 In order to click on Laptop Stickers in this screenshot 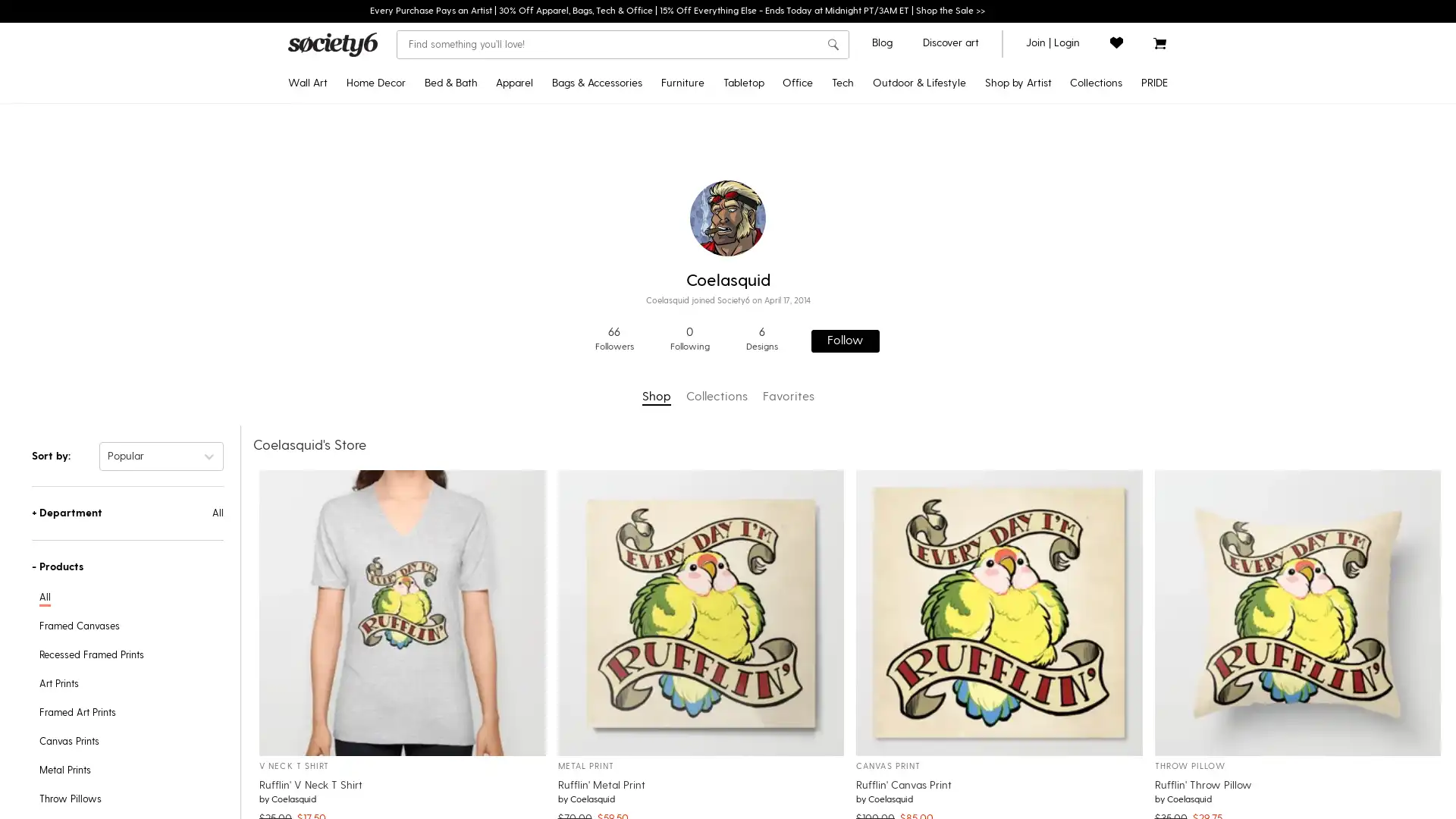, I will do `click(835, 366)`.